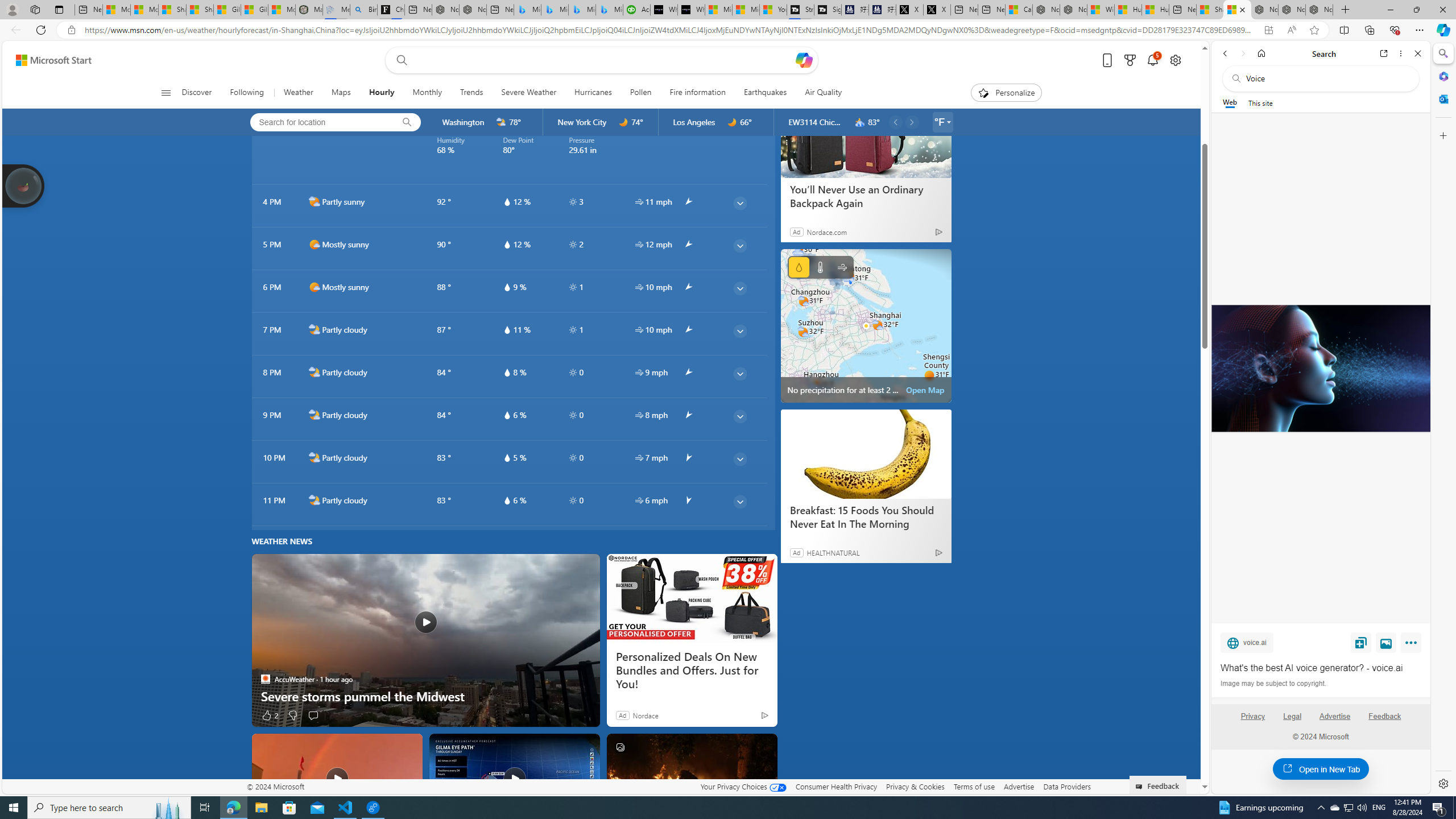 Image resolution: width=1456 pixels, height=819 pixels. I want to click on 'Bing Real Estate - Home sales and rental listings', so click(362, 9).